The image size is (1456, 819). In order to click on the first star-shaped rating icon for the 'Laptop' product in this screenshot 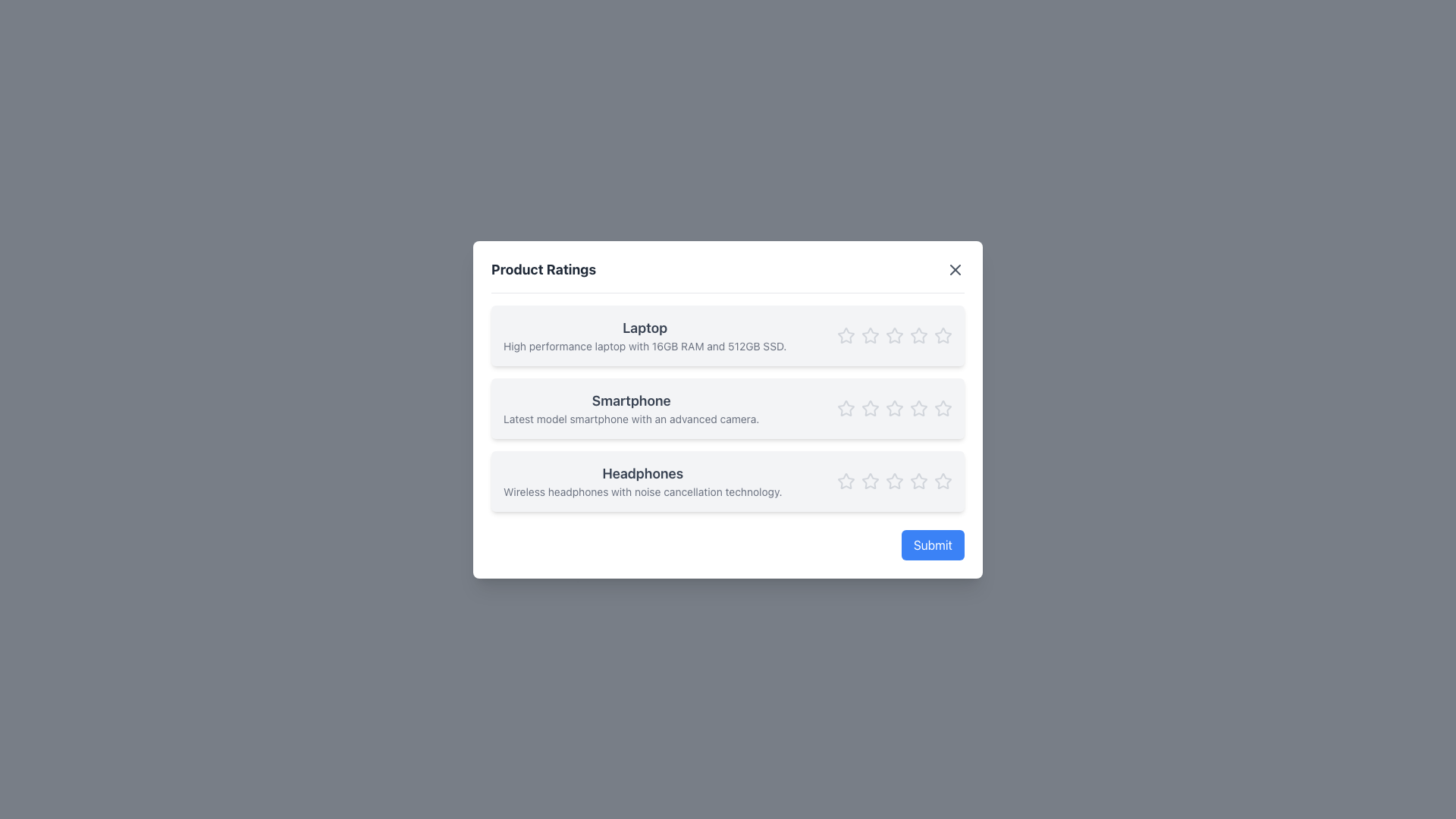, I will do `click(846, 334)`.